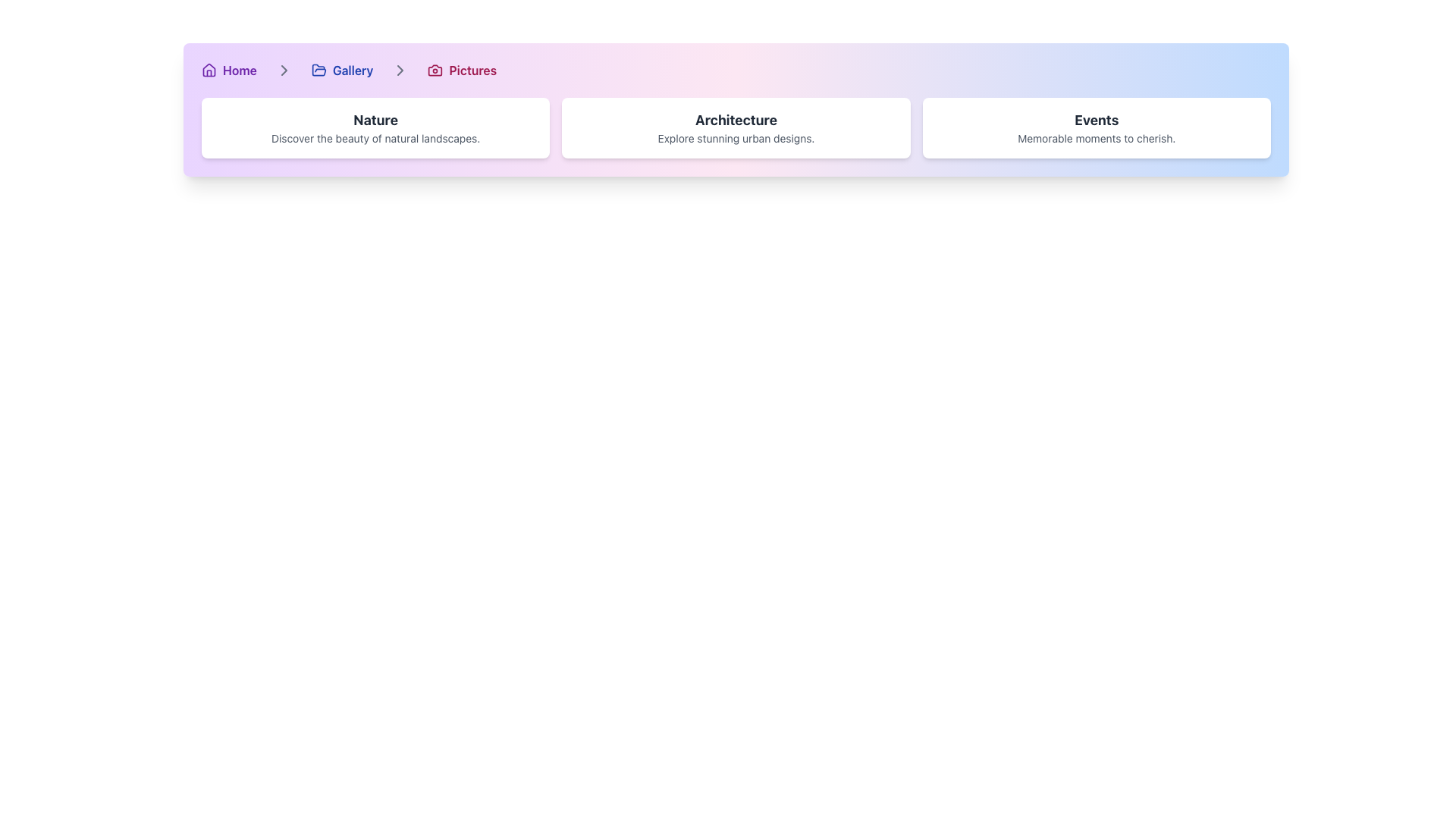 The width and height of the screenshot is (1456, 819). I want to click on the visual separator icon in the breadcrumb navigation, located between 'Gallery' and 'Pictures', to interact with it if interactivity is supported, so click(400, 70).